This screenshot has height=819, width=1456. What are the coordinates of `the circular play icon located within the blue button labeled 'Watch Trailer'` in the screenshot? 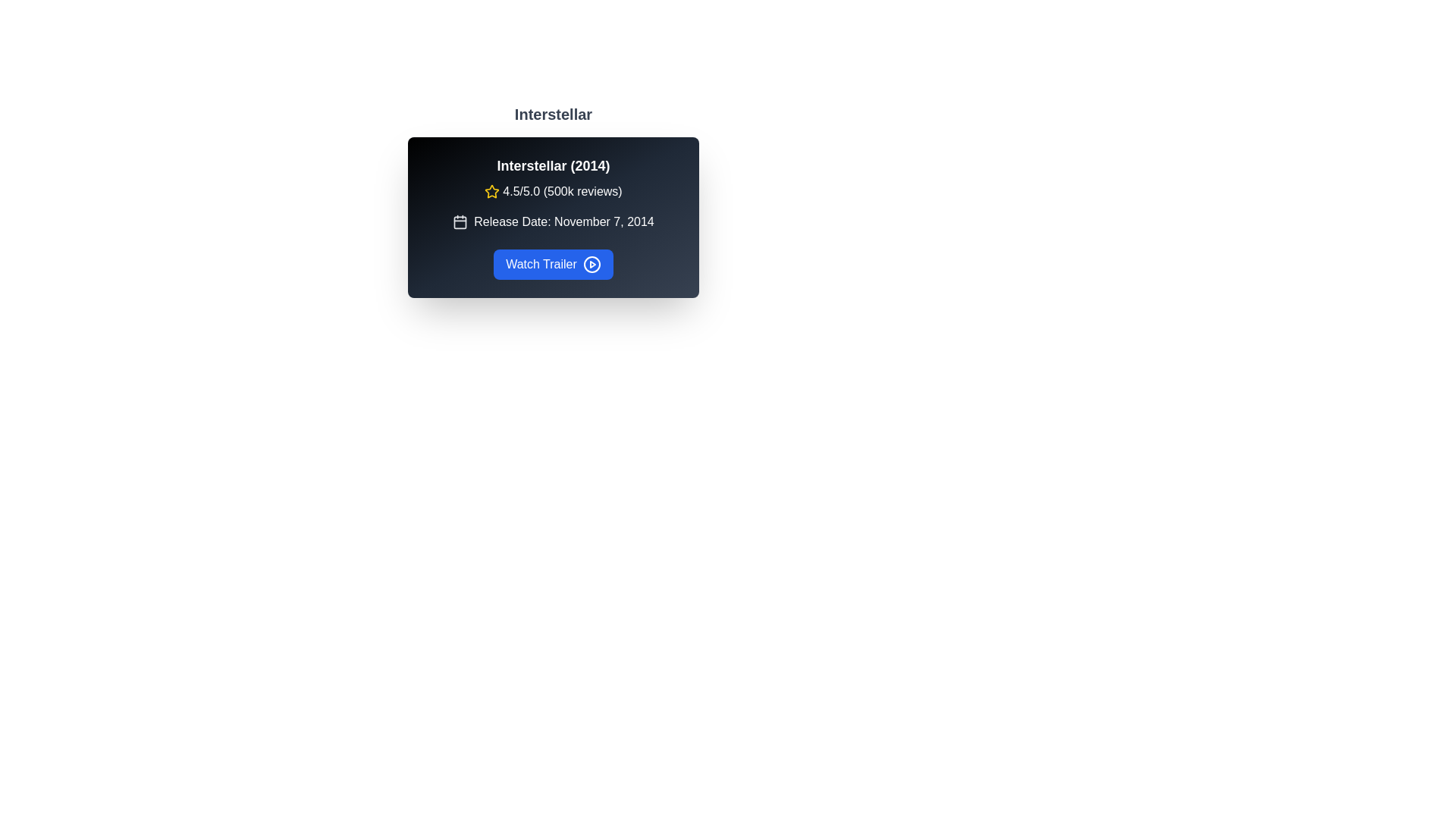 It's located at (591, 263).